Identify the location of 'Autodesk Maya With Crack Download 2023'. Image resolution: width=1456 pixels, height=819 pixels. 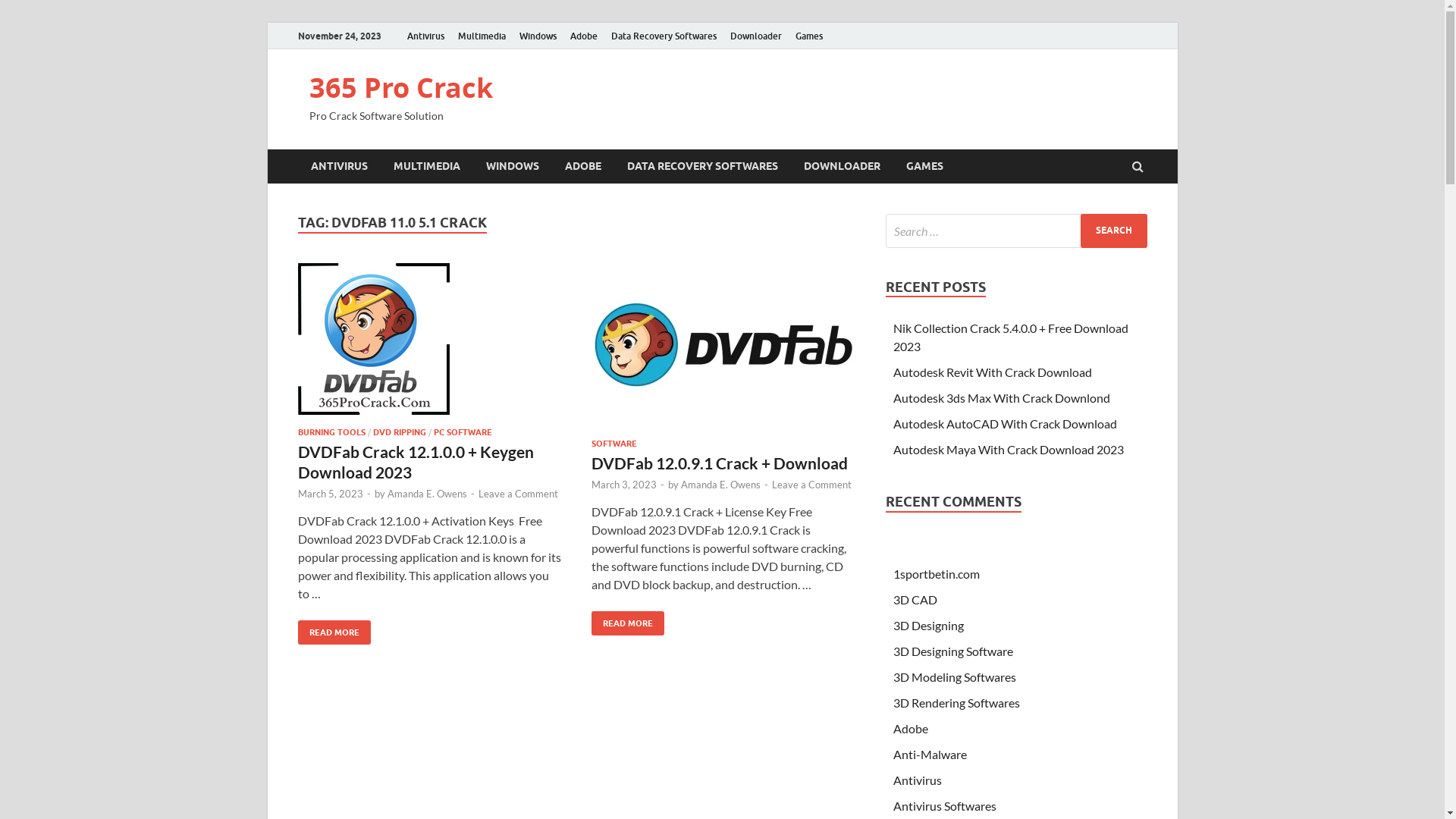
(1008, 448).